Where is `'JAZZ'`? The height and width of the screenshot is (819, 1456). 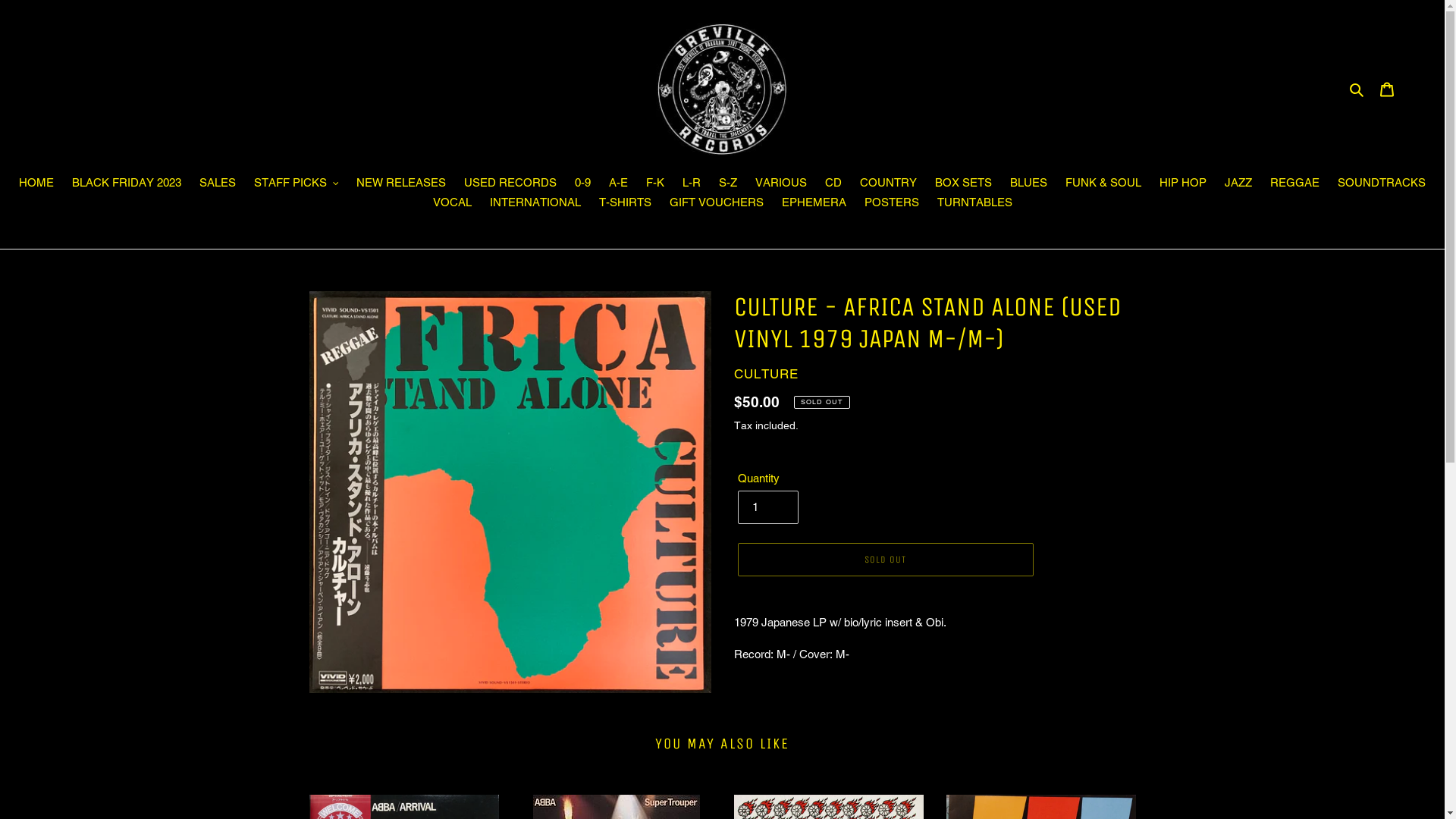 'JAZZ' is located at coordinates (1238, 184).